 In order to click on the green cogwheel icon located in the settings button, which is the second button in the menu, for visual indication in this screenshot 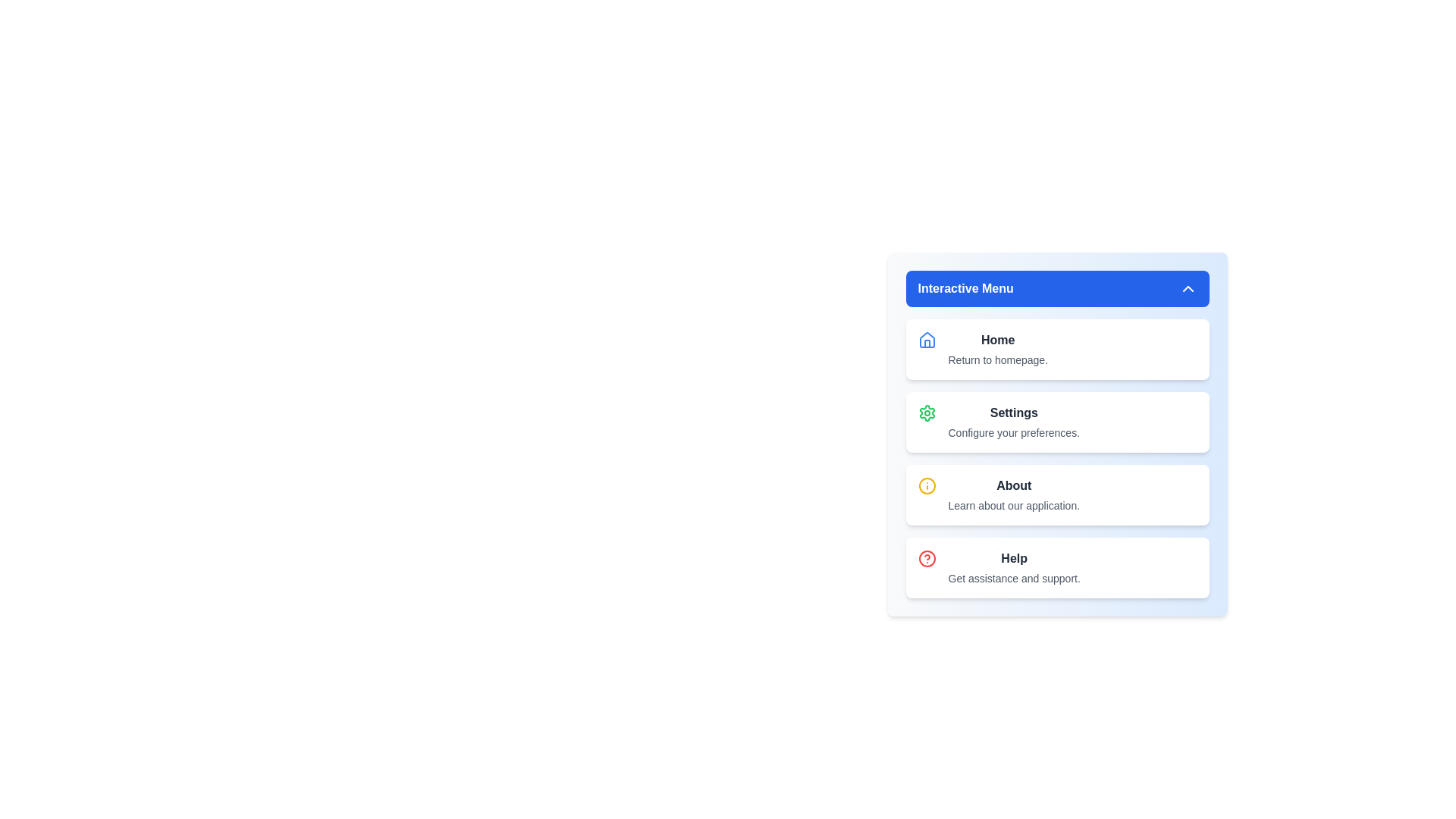, I will do `click(926, 413)`.